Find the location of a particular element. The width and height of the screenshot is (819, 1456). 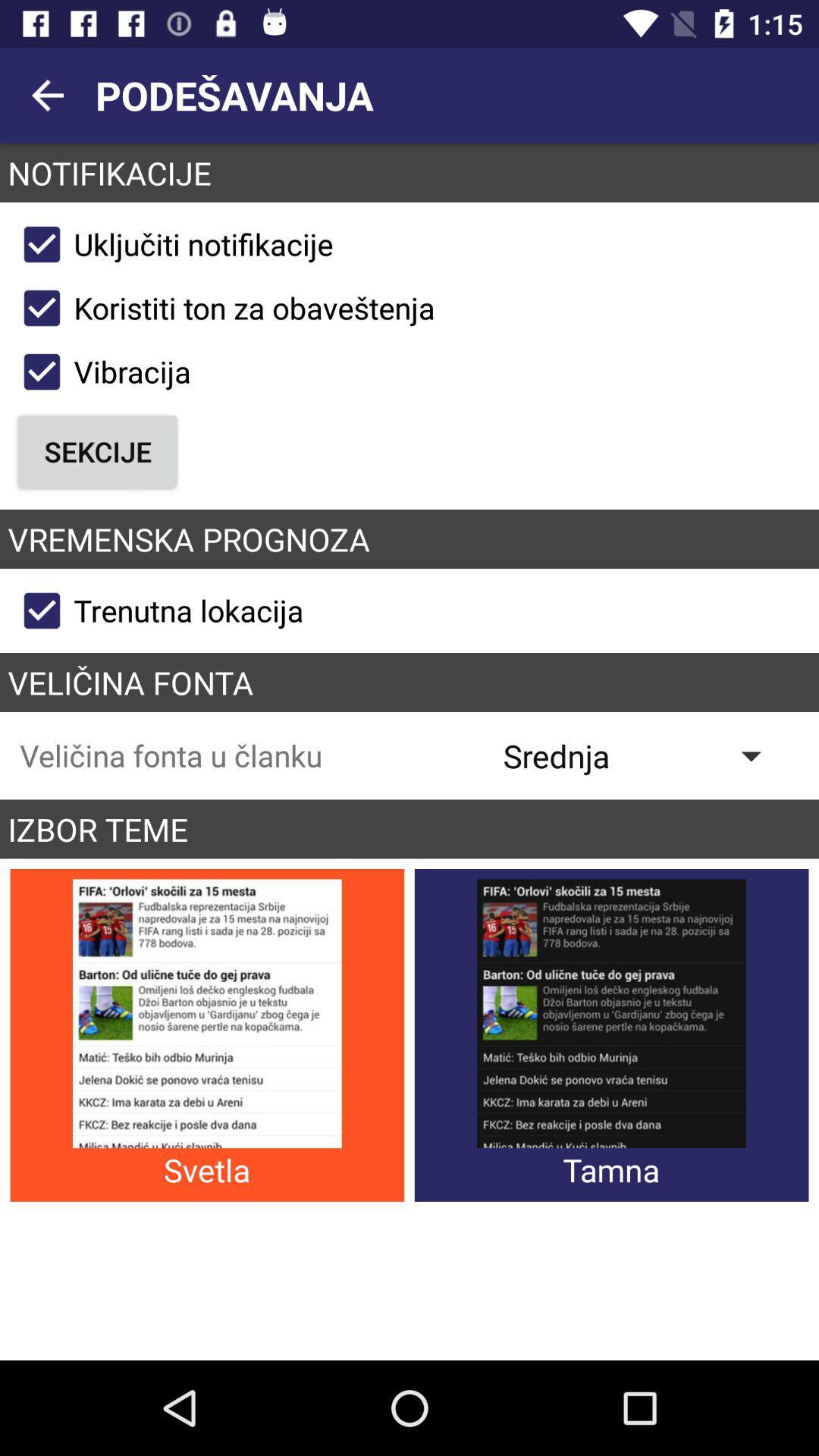

the button above sekcije icon is located at coordinates (100, 372).